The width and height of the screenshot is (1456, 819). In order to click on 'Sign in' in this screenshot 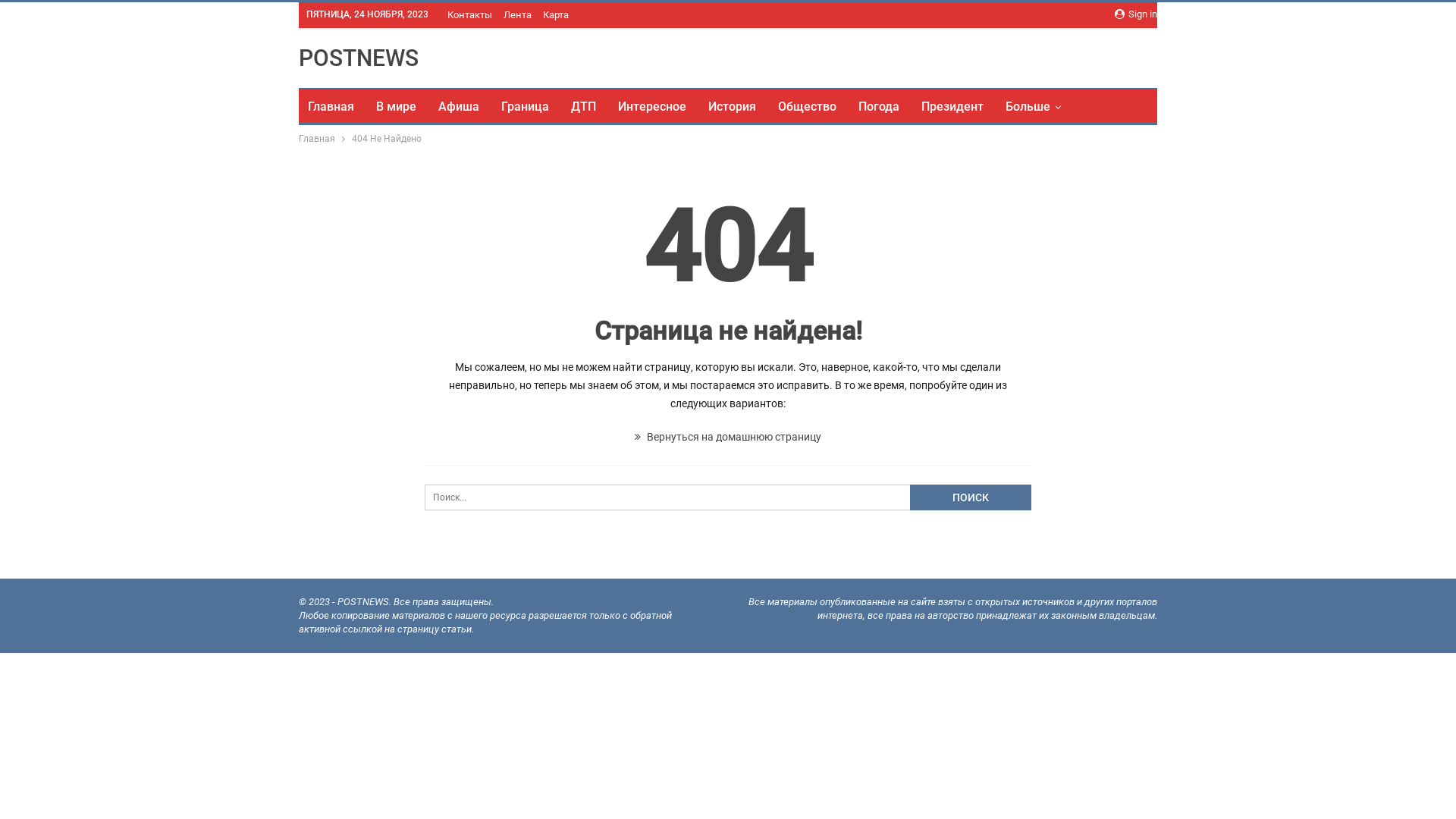, I will do `click(1135, 14)`.